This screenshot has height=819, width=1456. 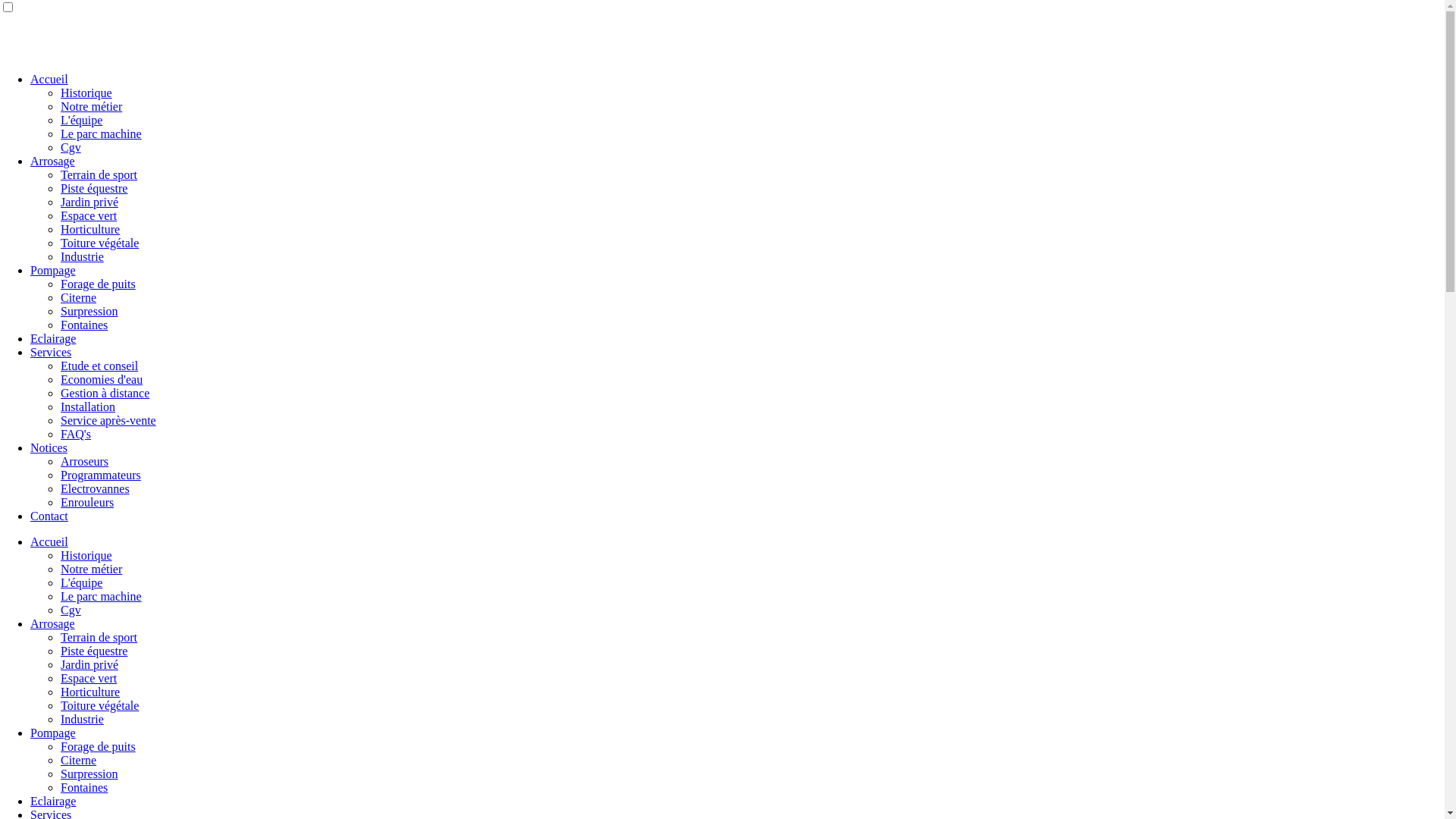 I want to click on 'Citerne', so click(x=77, y=760).